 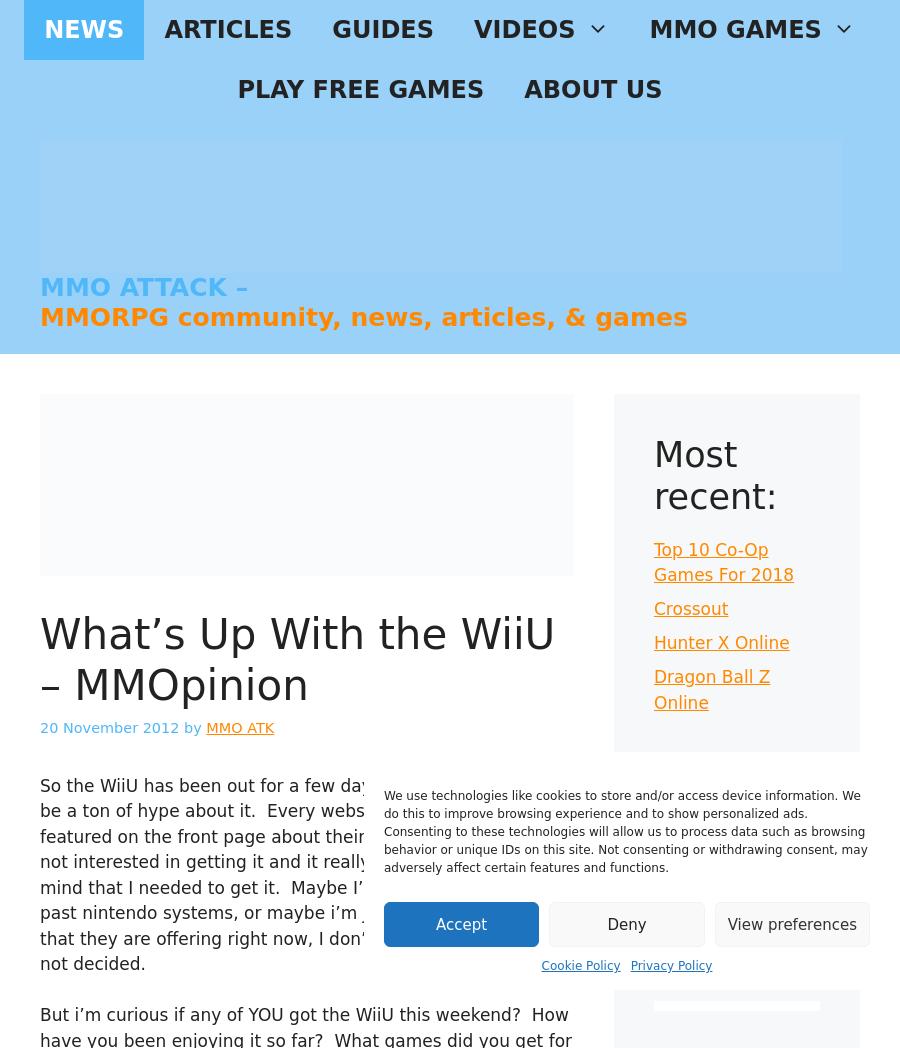 I want to click on 'Hunter X Online', so click(x=654, y=641).